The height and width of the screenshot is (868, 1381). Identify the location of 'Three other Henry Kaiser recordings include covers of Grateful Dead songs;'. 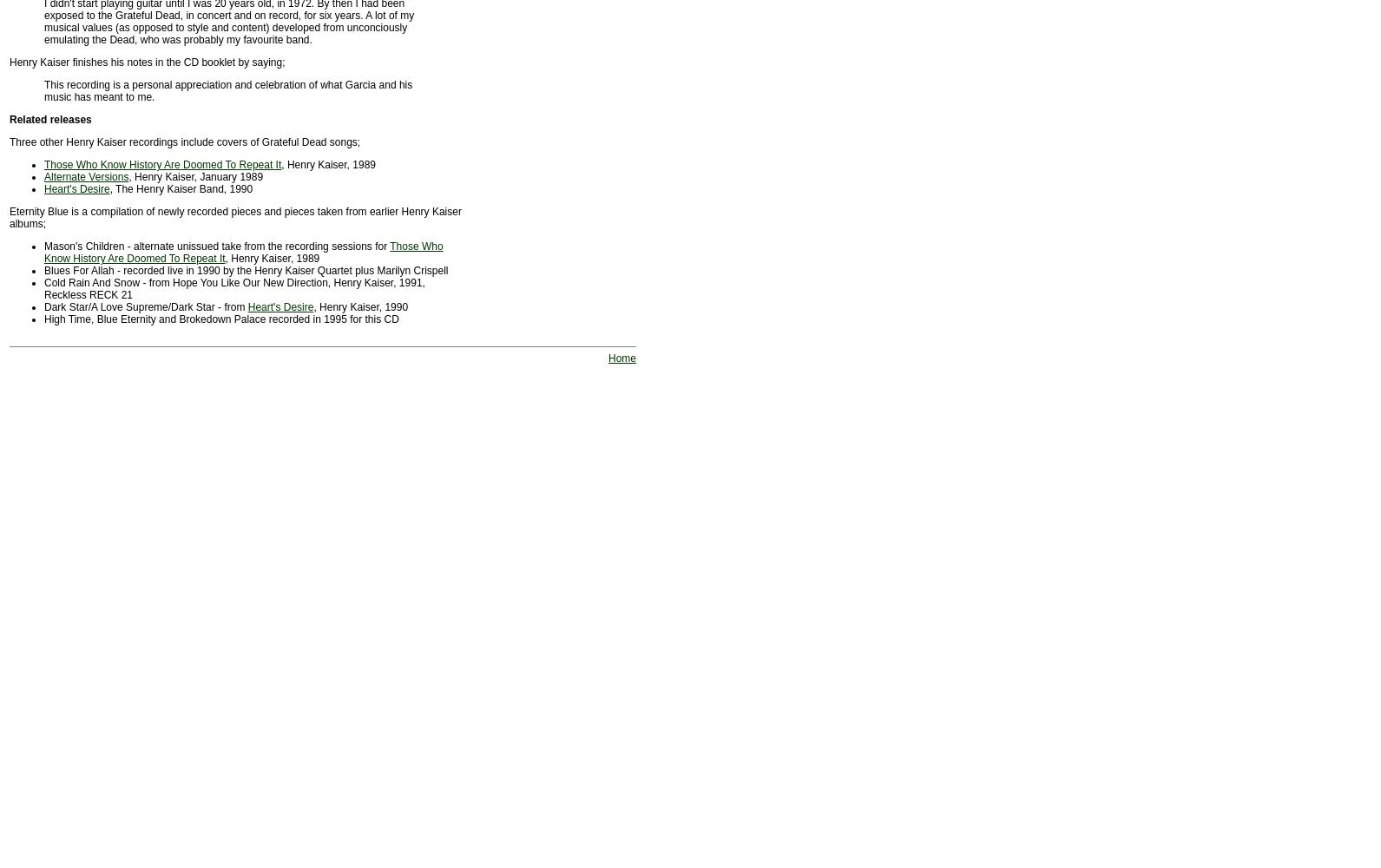
(9, 142).